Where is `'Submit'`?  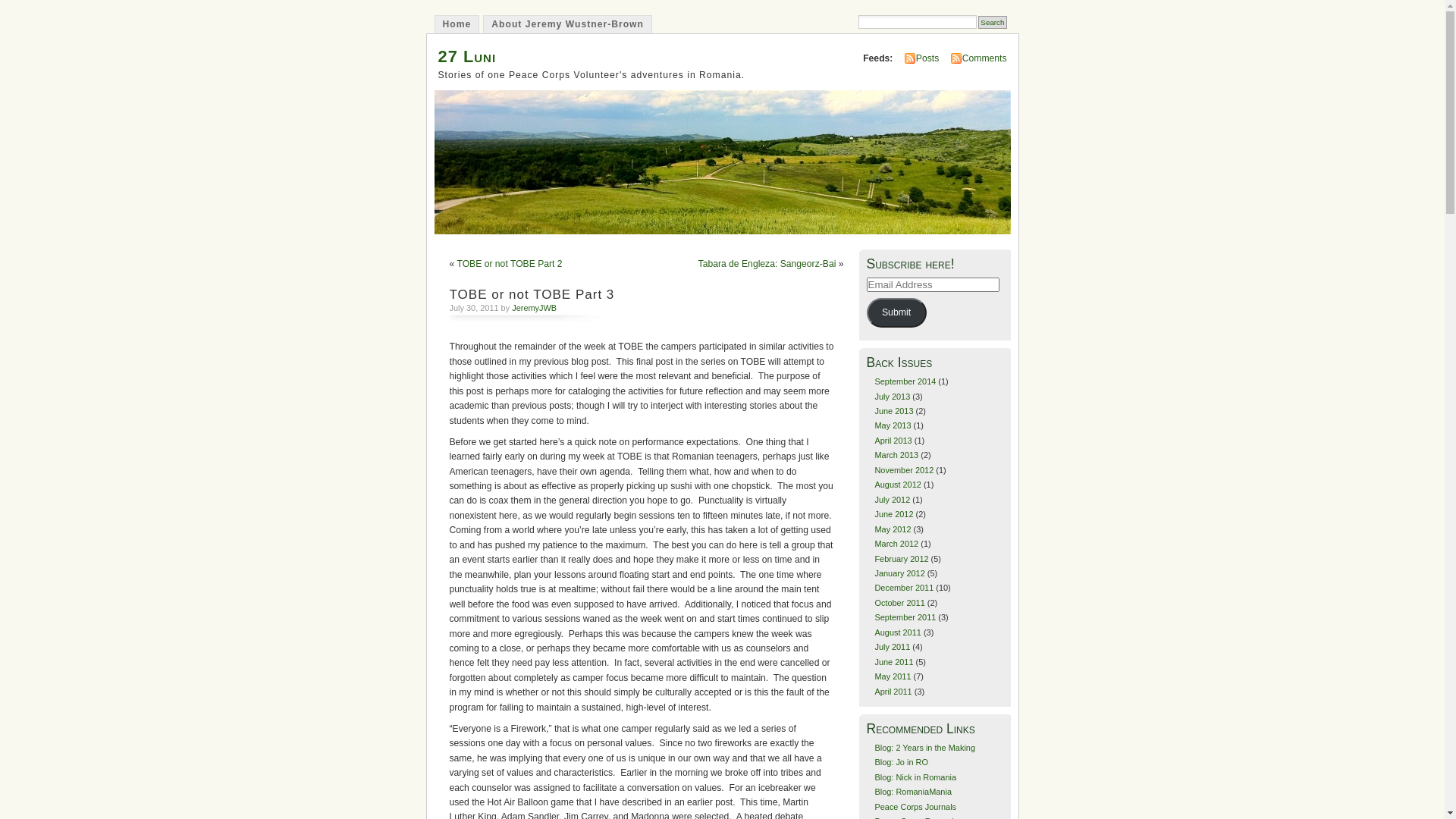 'Submit' is located at coordinates (866, 312).